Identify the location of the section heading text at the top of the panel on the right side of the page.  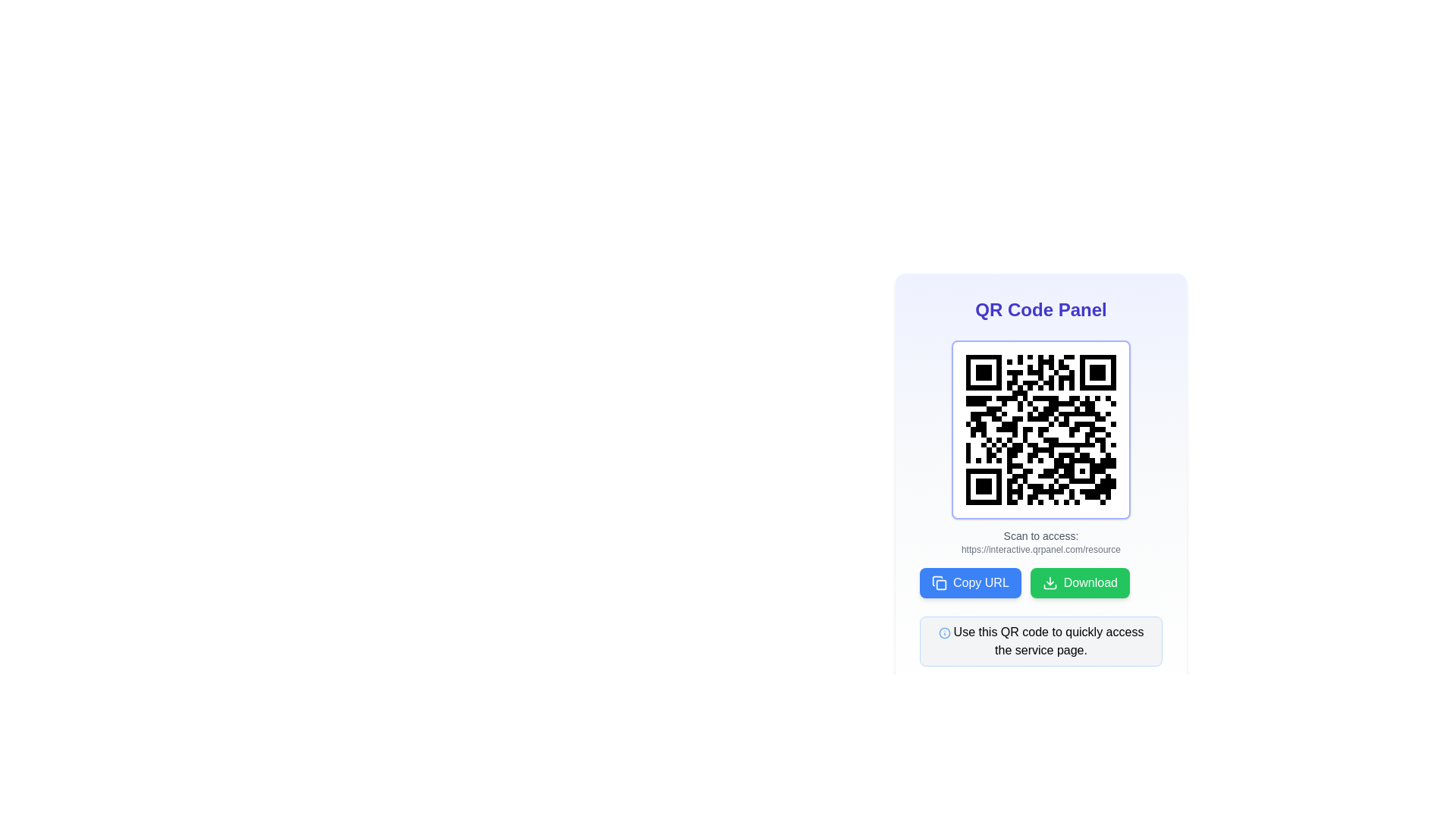
(1040, 309).